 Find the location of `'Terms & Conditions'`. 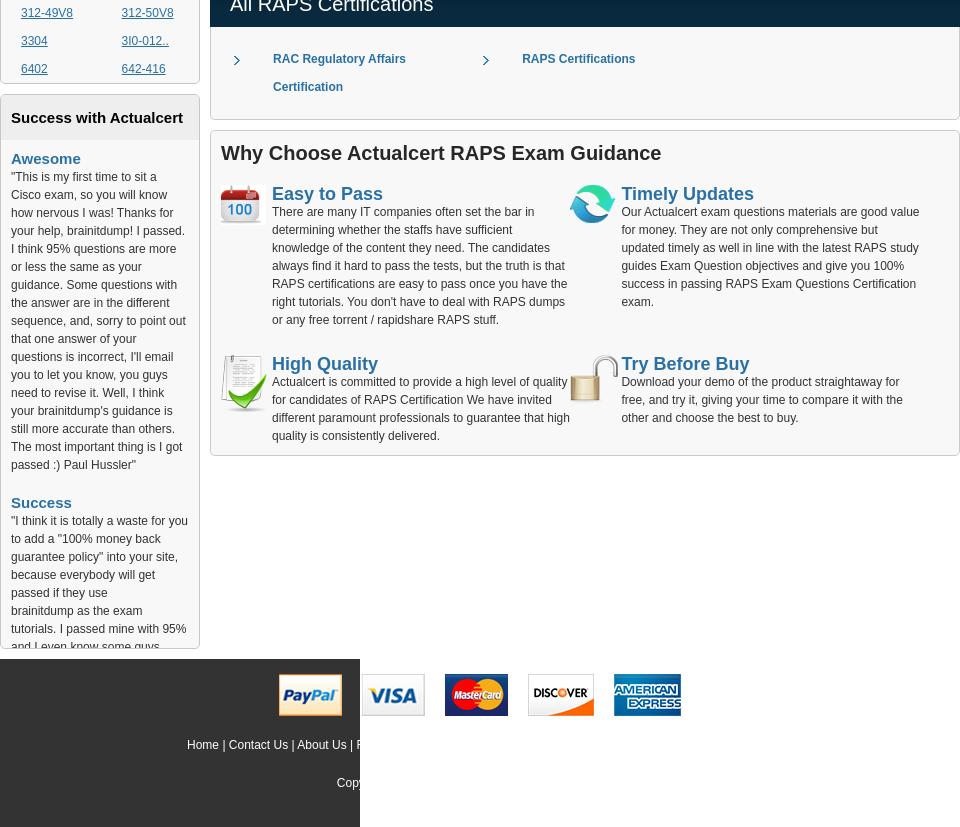

'Terms & Conditions' is located at coordinates (599, 743).